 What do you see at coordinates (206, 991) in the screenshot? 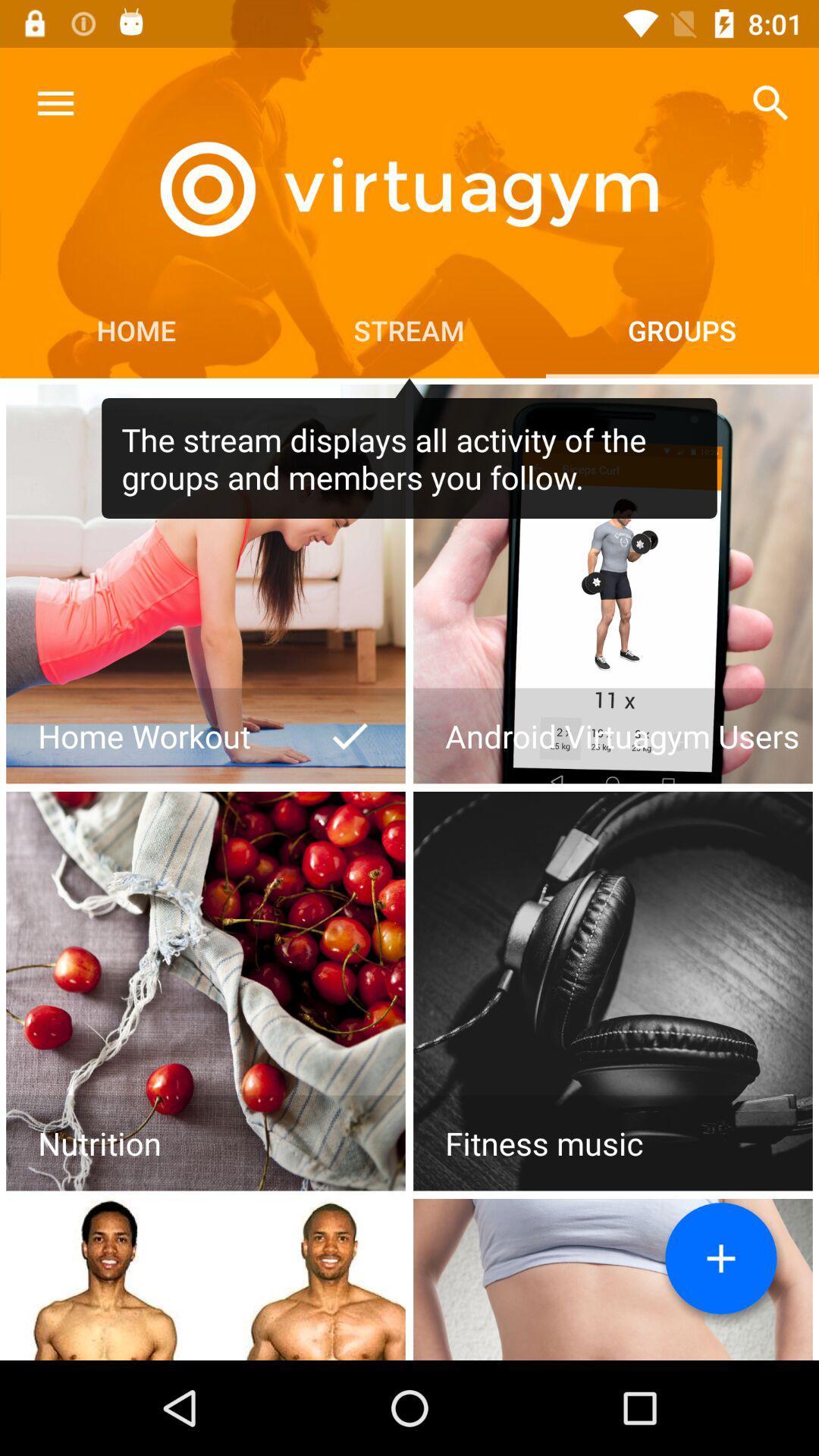
I see `open page` at bounding box center [206, 991].